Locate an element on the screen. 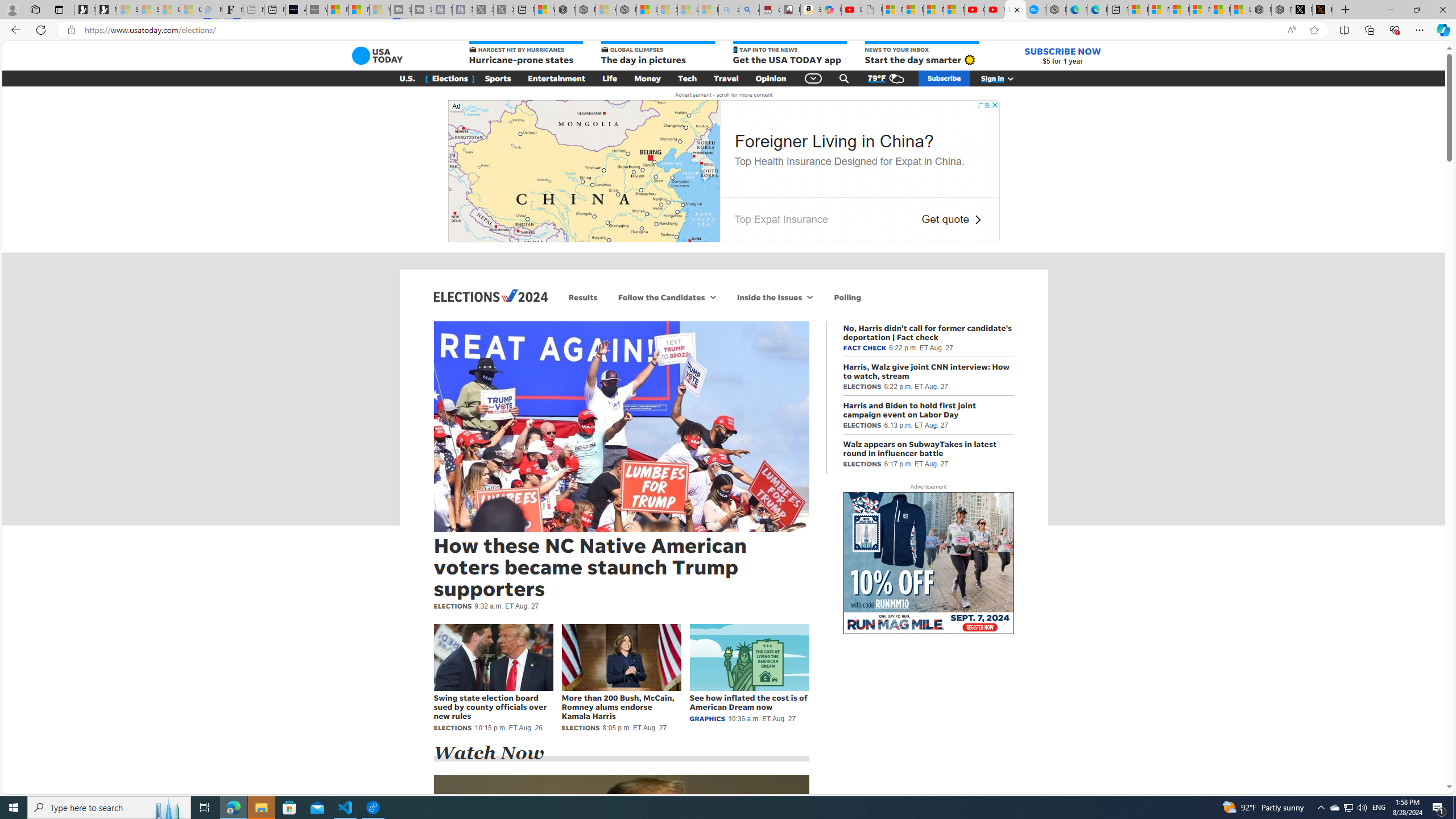 The width and height of the screenshot is (1456, 819). 'YouTube Kids - An App Created for Kids to Explore Content' is located at coordinates (994, 9).